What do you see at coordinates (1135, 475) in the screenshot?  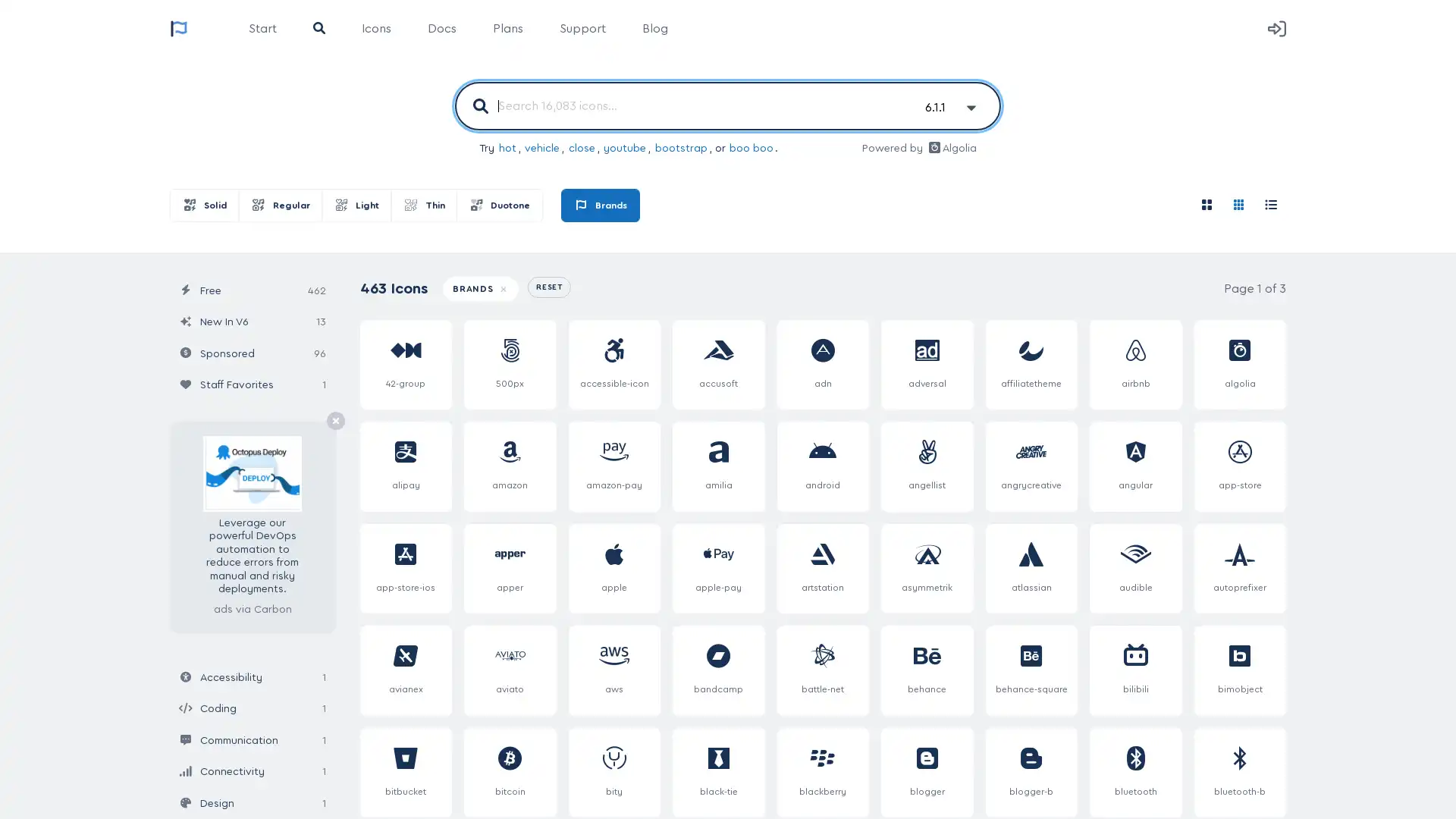 I see `angular` at bounding box center [1135, 475].